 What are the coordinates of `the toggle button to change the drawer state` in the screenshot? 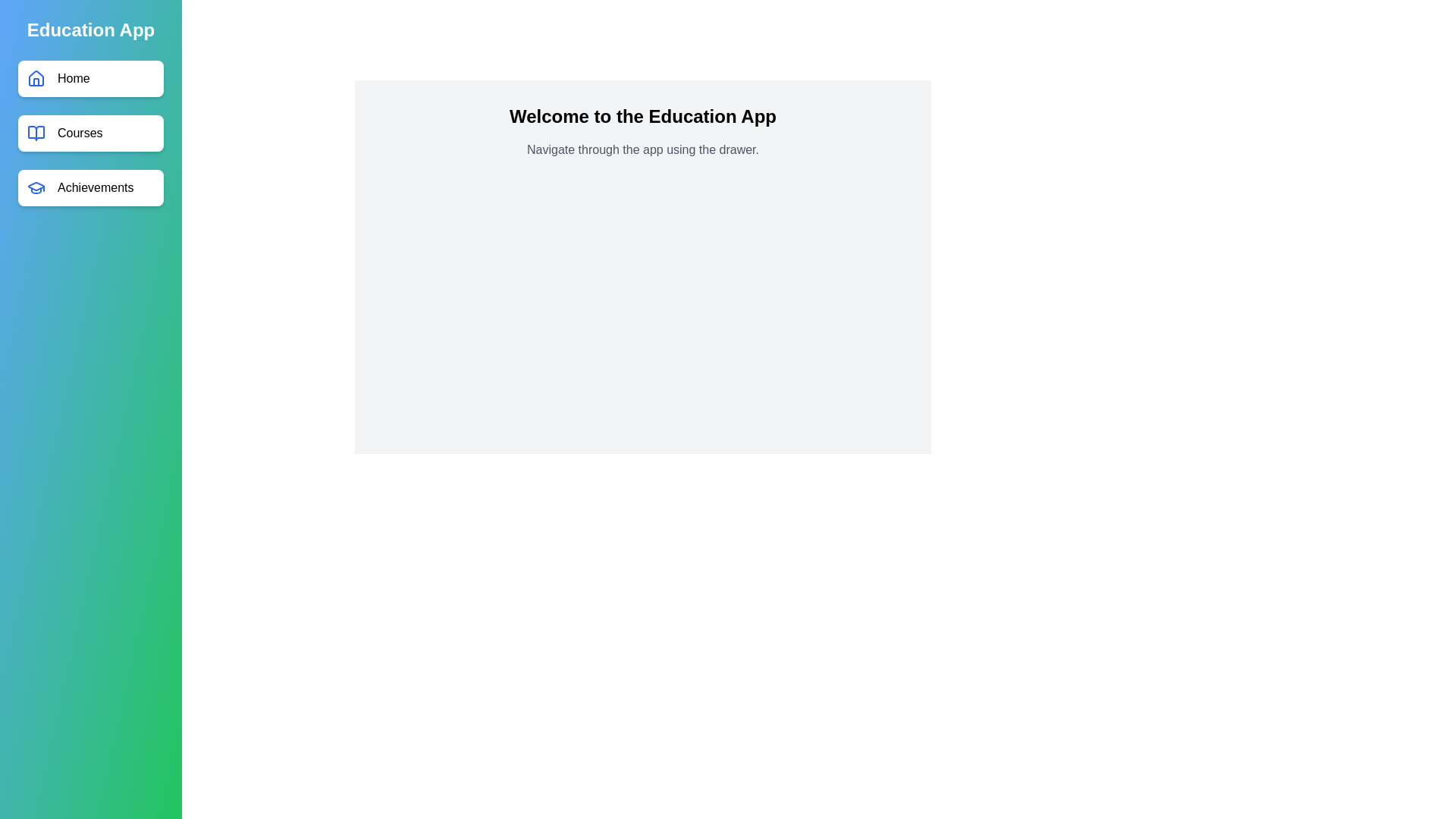 It's located at (30, 30).